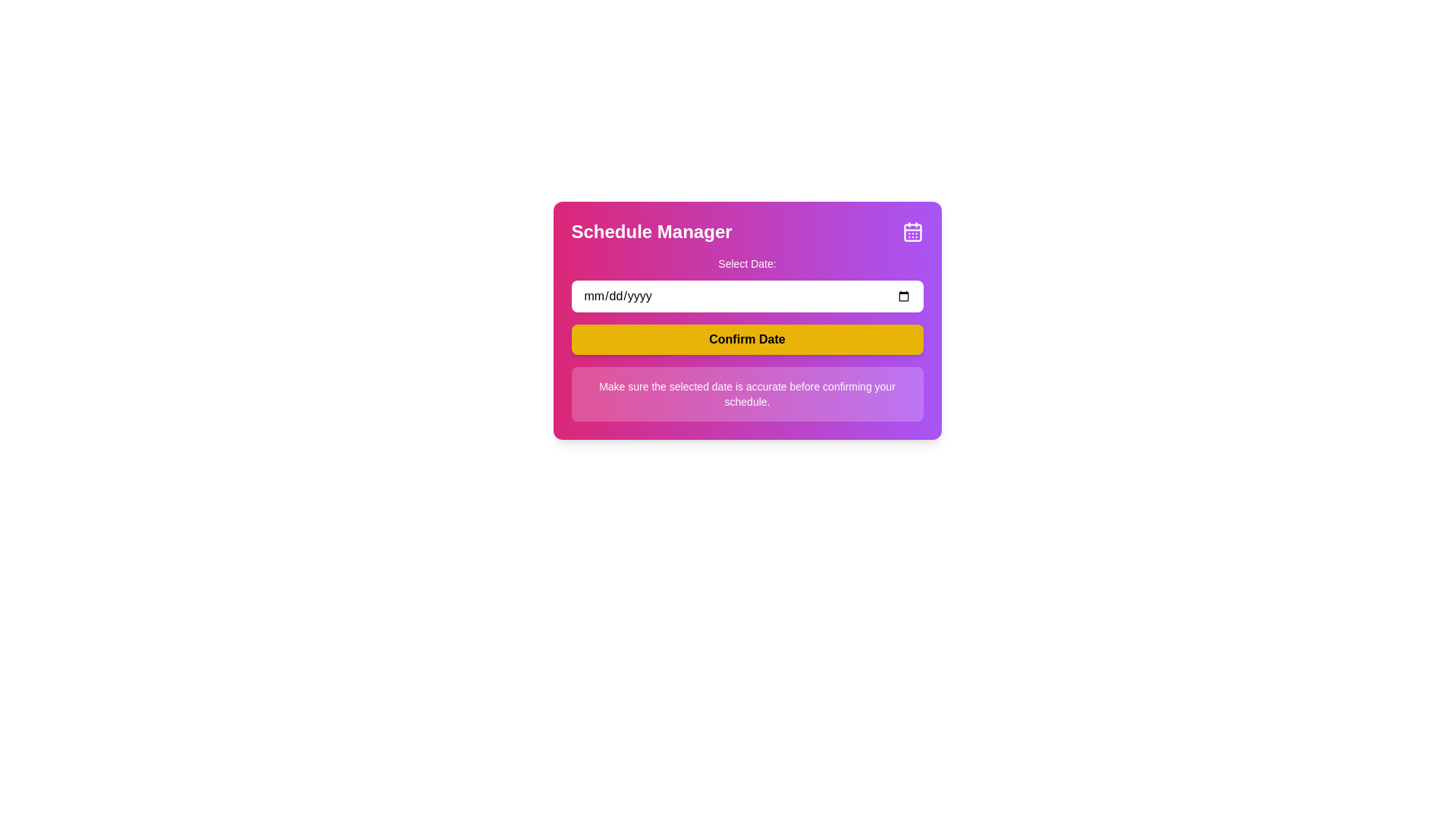 The height and width of the screenshot is (819, 1456). Describe the element at coordinates (747, 338) in the screenshot. I see `the 'Confirm Date' button located centrally within the card layout to confirm the selected date` at that location.